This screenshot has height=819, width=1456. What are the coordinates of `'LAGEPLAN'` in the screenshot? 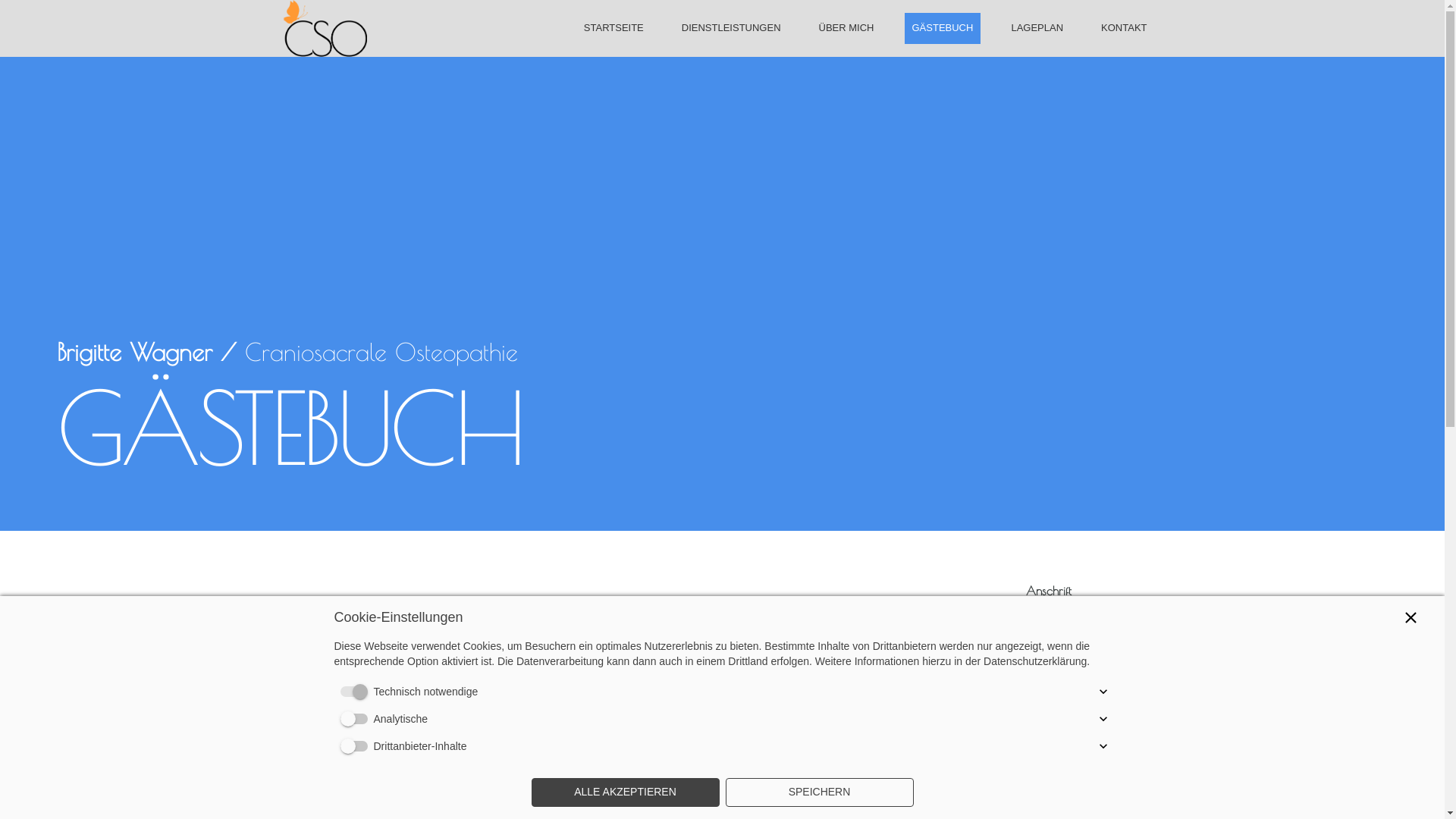 It's located at (1036, 27).